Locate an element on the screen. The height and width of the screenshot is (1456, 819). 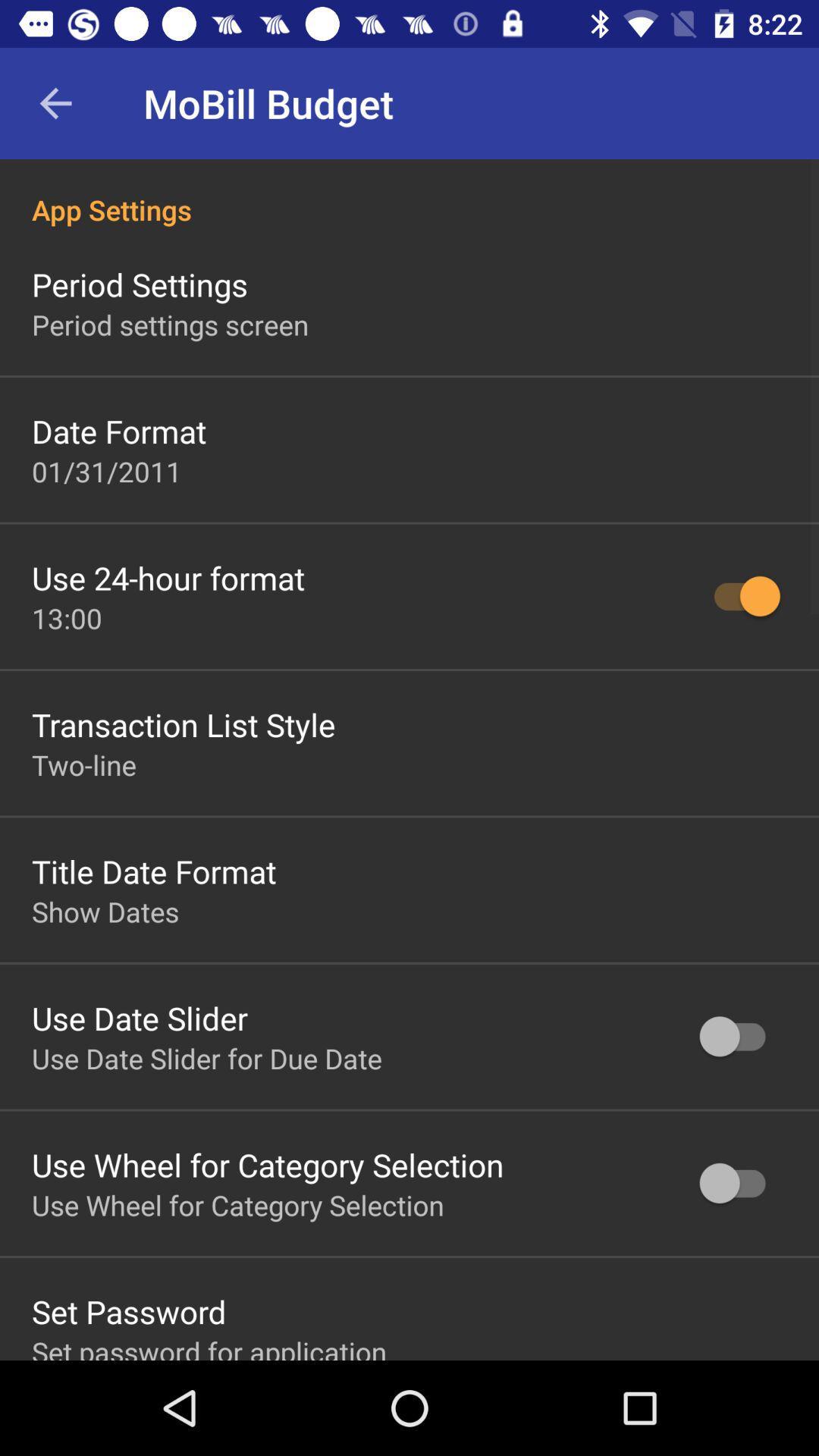
the icon below use 24 hour item is located at coordinates (66, 618).